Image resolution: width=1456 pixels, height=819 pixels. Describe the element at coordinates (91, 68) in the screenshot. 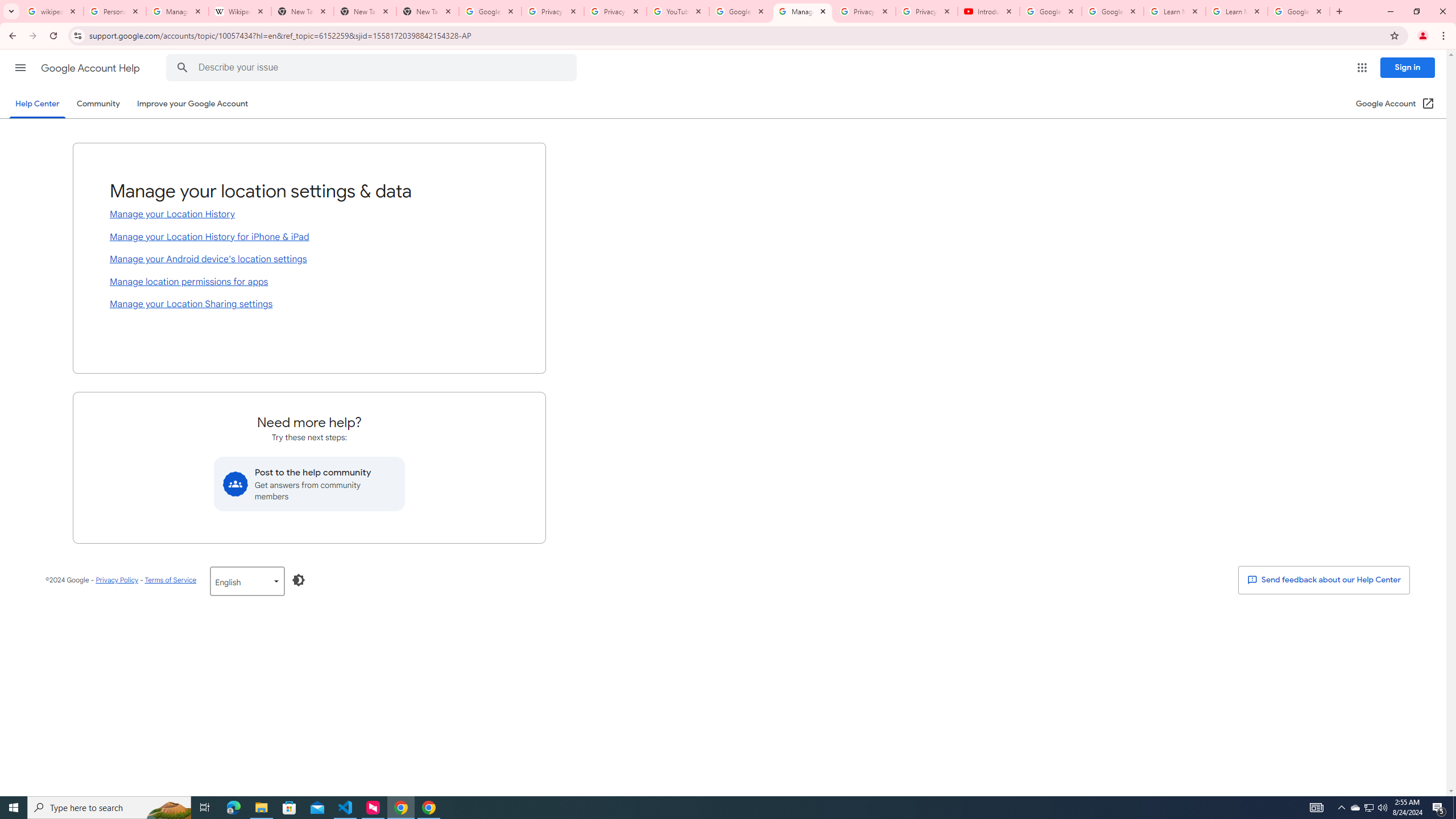

I see `'Google Account Help'` at that location.